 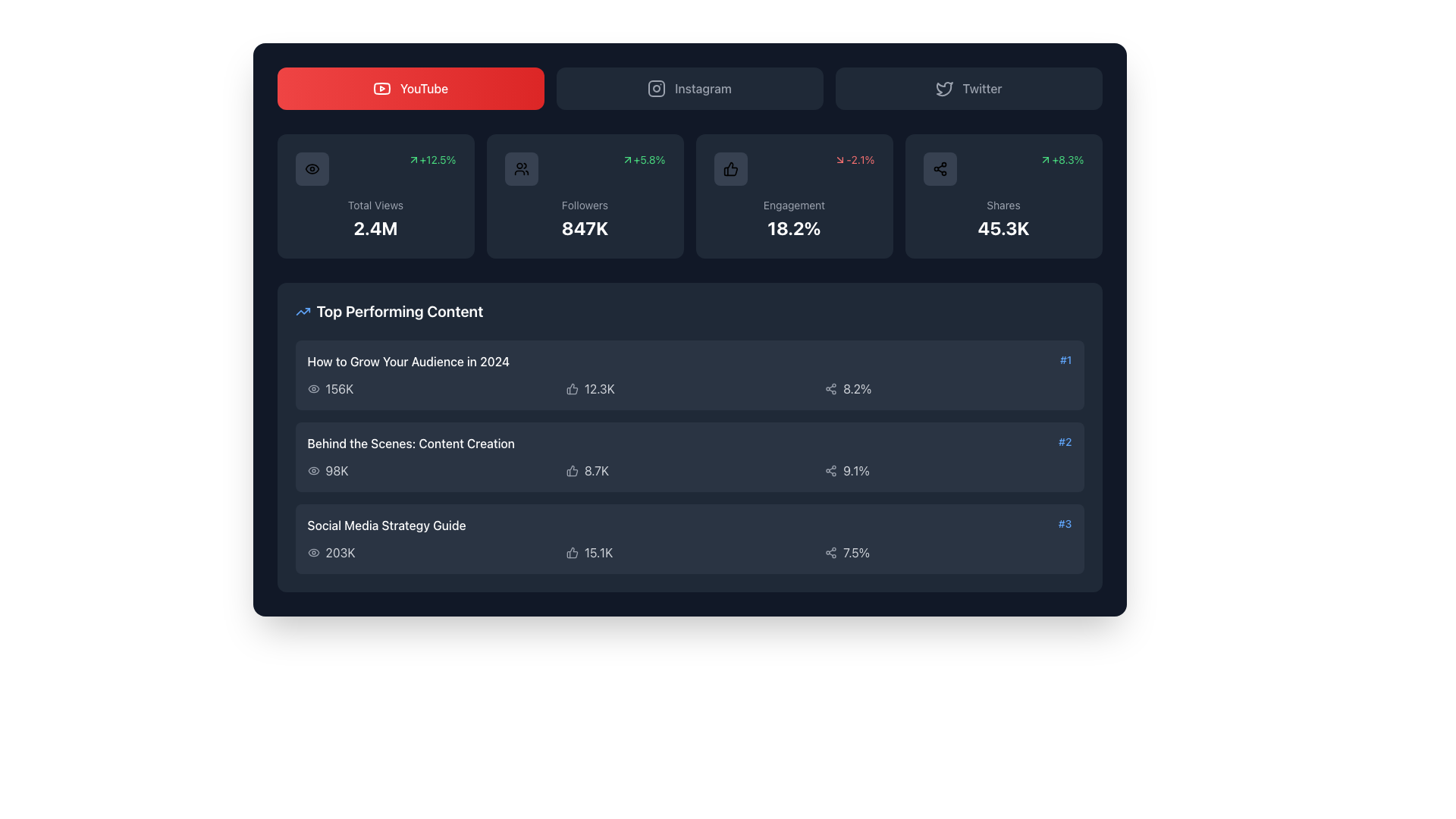 What do you see at coordinates (1003, 227) in the screenshot?
I see `the large bold white-colored number text '45.3K' in the 'Shares' box at the top-right part of the dashboard interface` at bounding box center [1003, 227].